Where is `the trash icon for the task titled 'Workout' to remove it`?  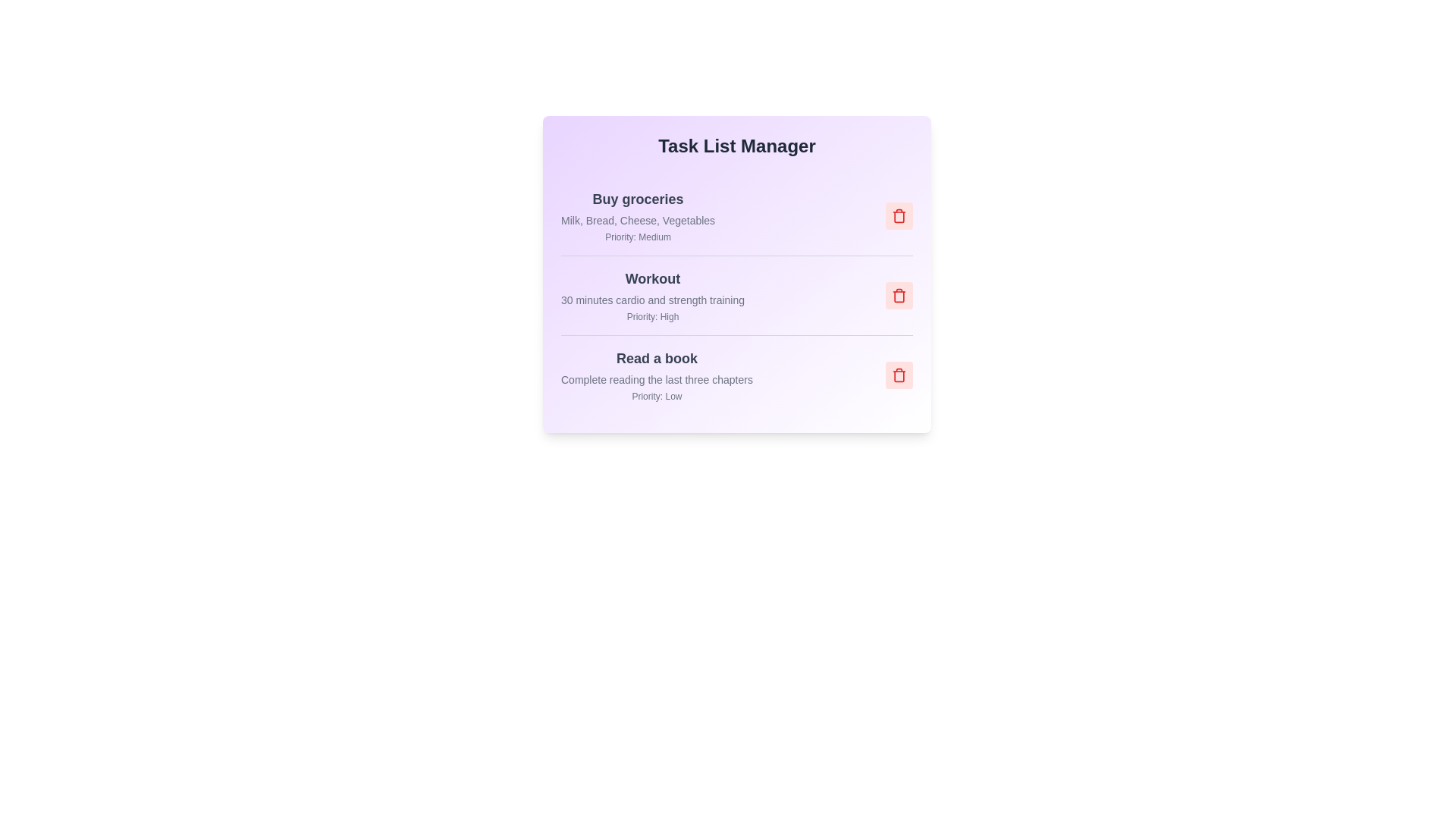 the trash icon for the task titled 'Workout' to remove it is located at coordinates (899, 295).